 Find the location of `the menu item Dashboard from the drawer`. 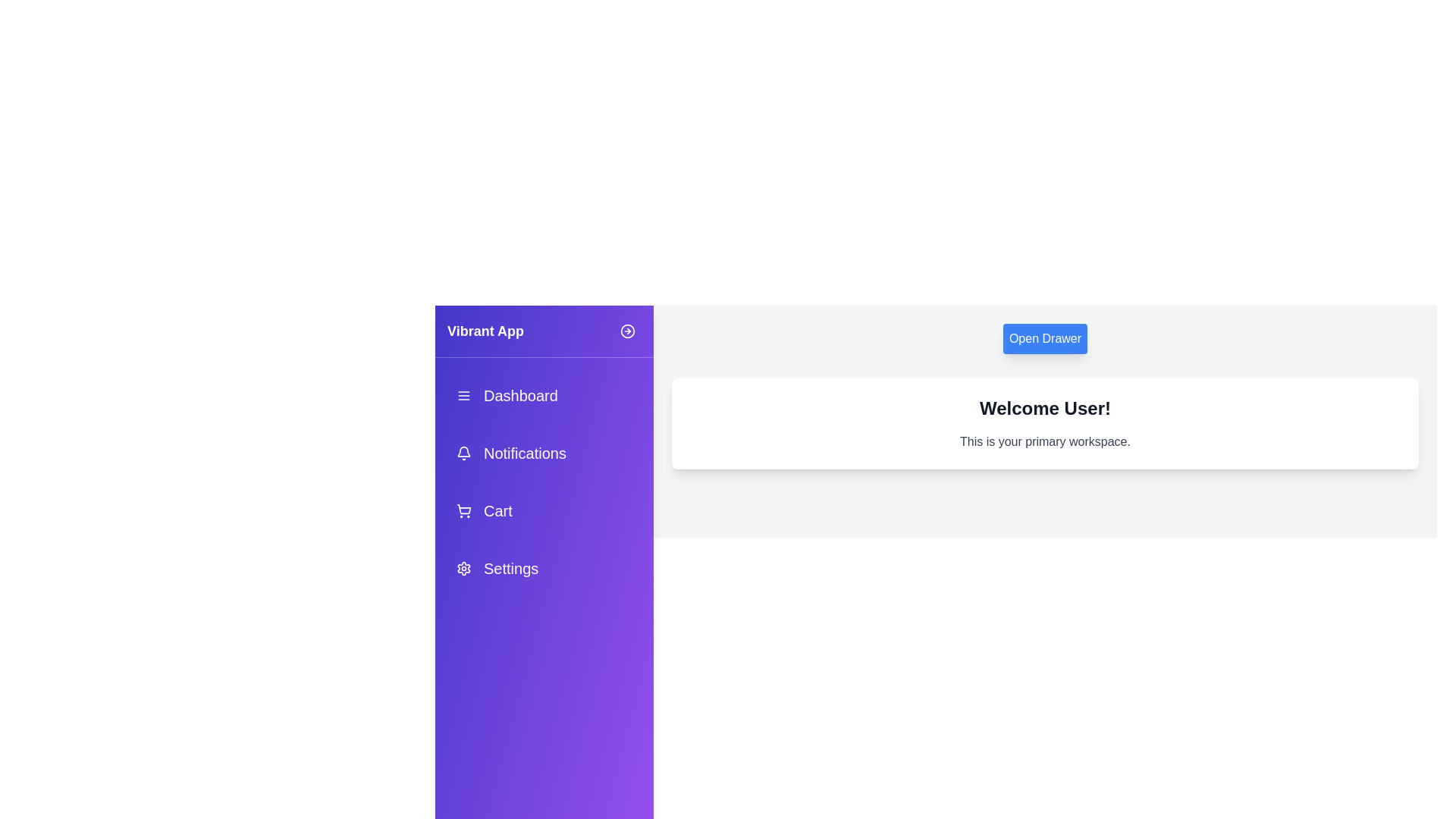

the menu item Dashboard from the drawer is located at coordinates (544, 394).